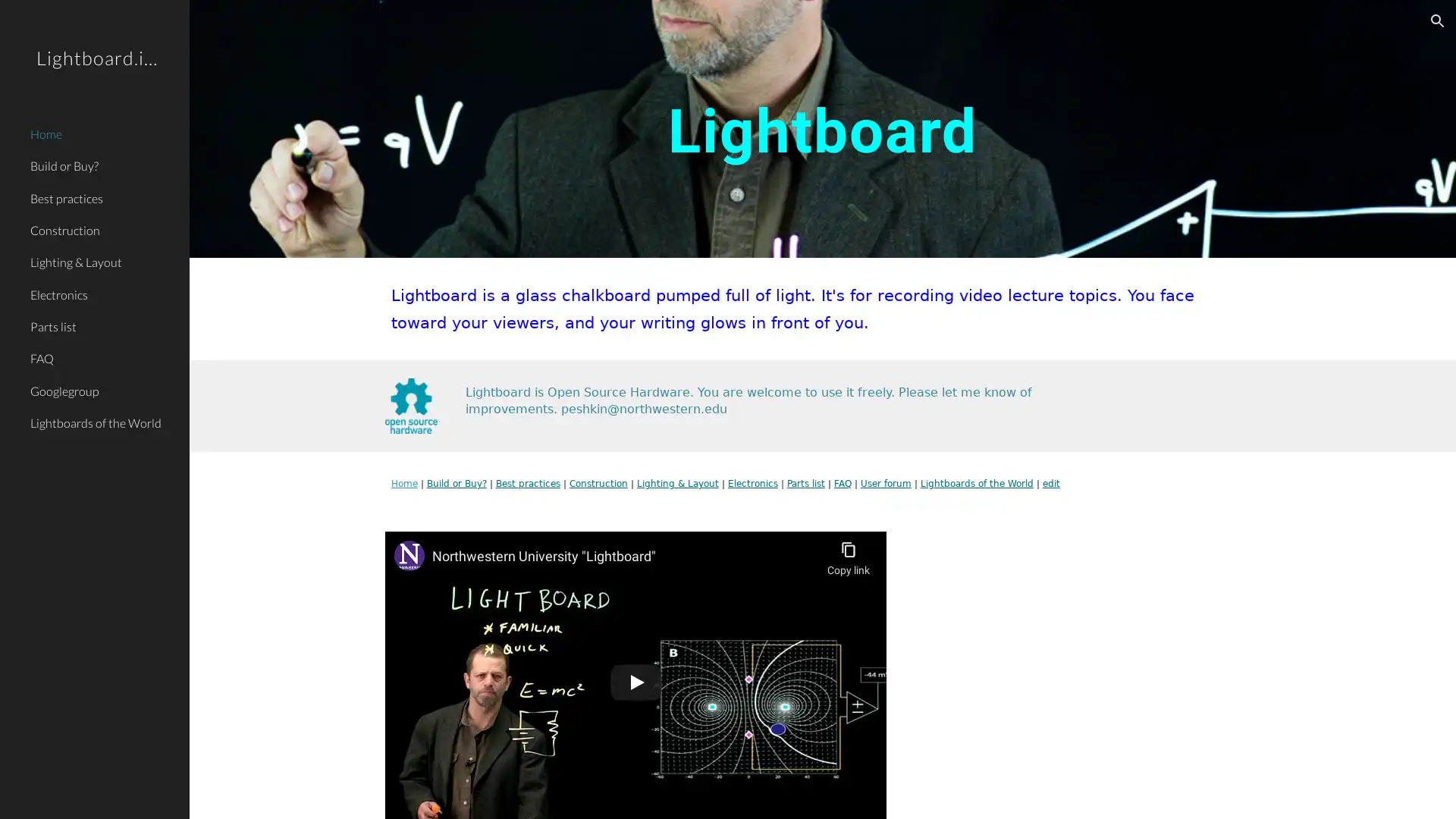 The image size is (1456, 819). What do you see at coordinates (307, 792) in the screenshot?
I see `Google Sites` at bounding box center [307, 792].